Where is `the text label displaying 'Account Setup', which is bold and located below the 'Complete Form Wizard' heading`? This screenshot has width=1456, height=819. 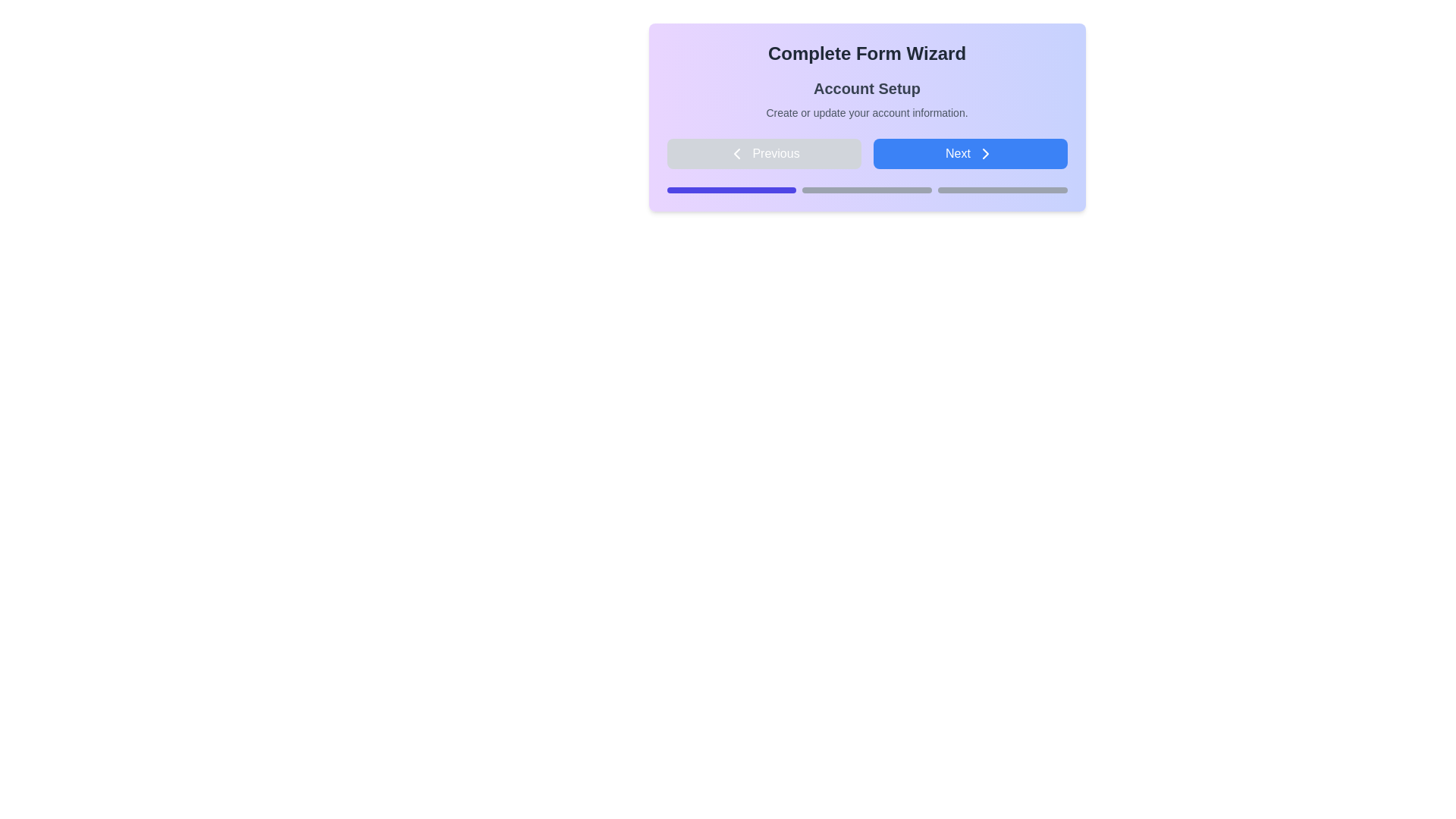 the text label displaying 'Account Setup', which is bold and located below the 'Complete Form Wizard' heading is located at coordinates (867, 88).